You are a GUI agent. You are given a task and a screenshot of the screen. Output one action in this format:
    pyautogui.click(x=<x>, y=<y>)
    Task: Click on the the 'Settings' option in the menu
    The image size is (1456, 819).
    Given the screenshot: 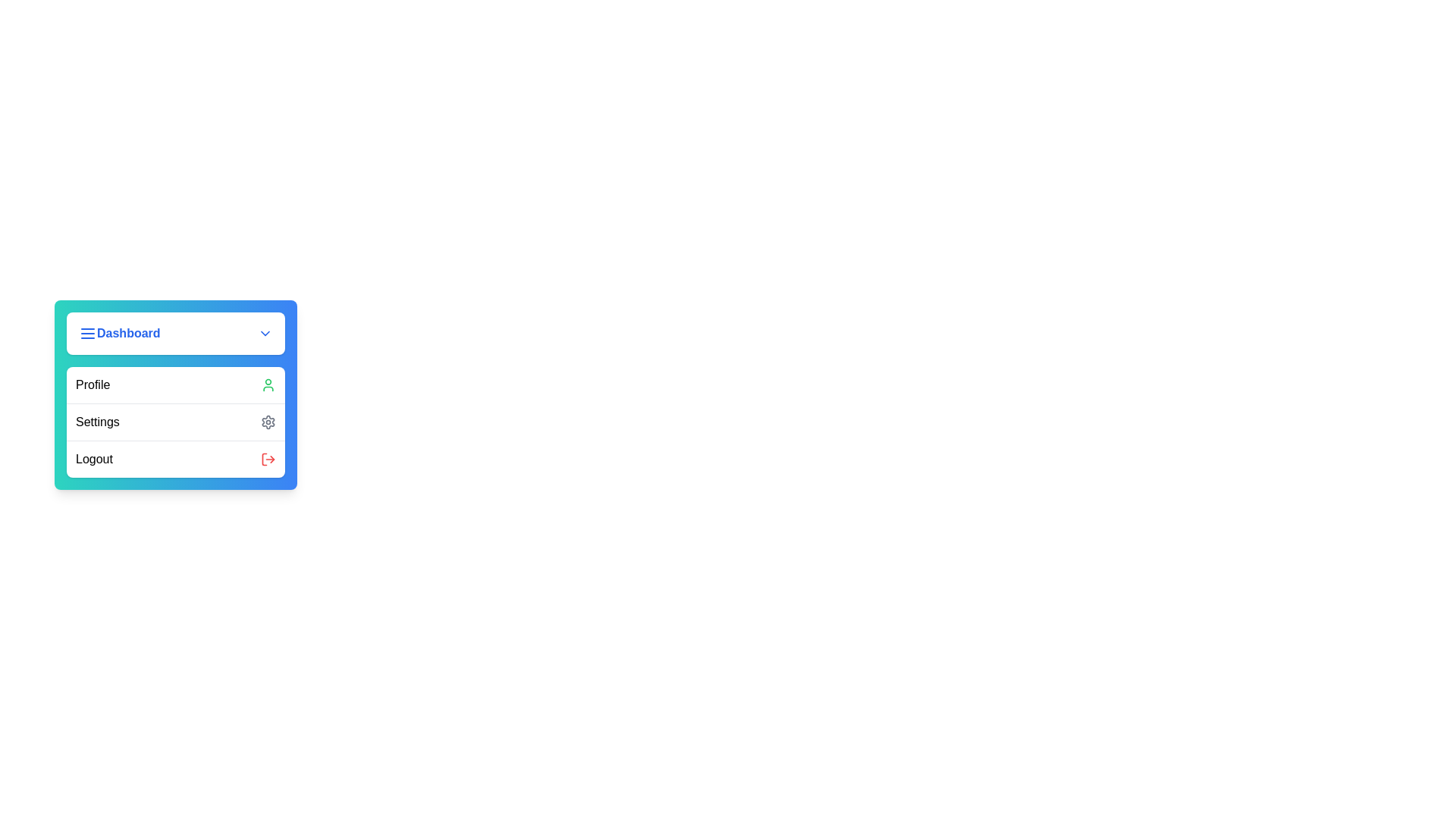 What is the action you would take?
    pyautogui.click(x=175, y=422)
    